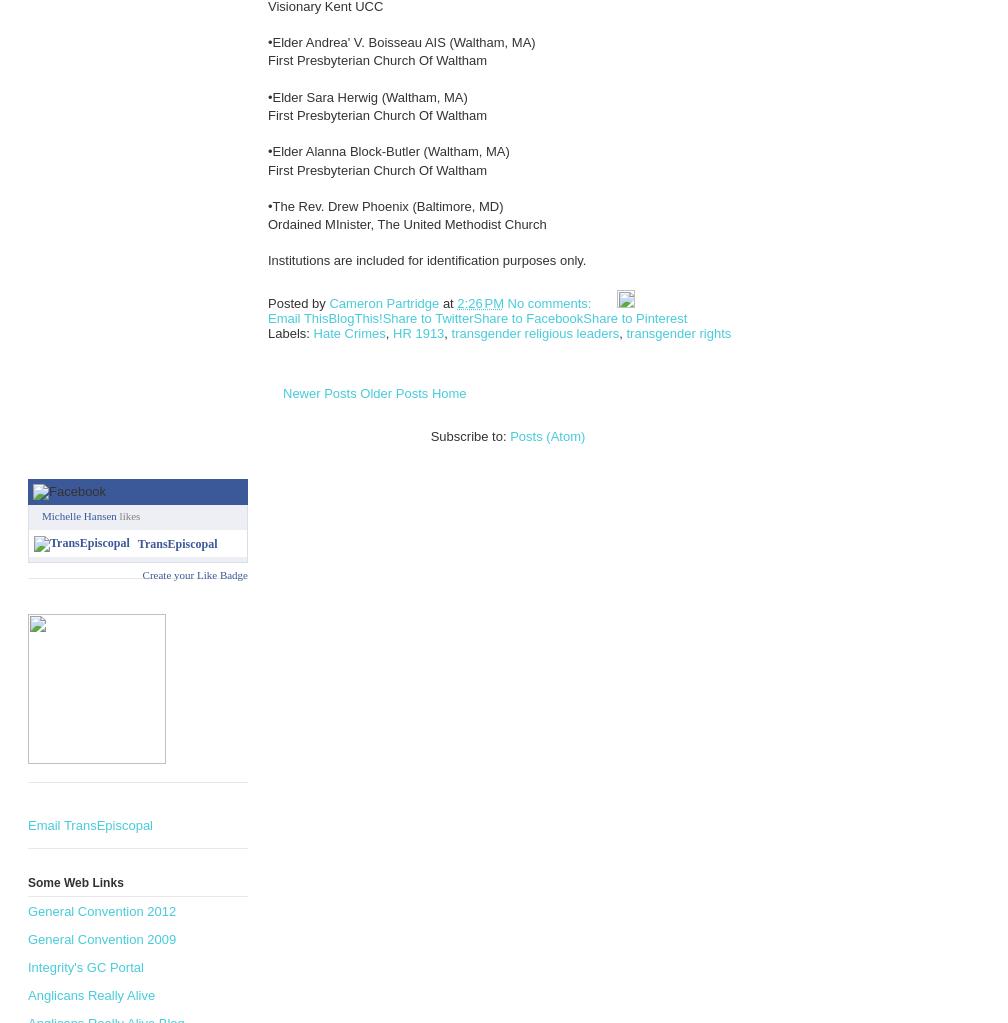  What do you see at coordinates (427, 318) in the screenshot?
I see `'Share to Twitter'` at bounding box center [427, 318].